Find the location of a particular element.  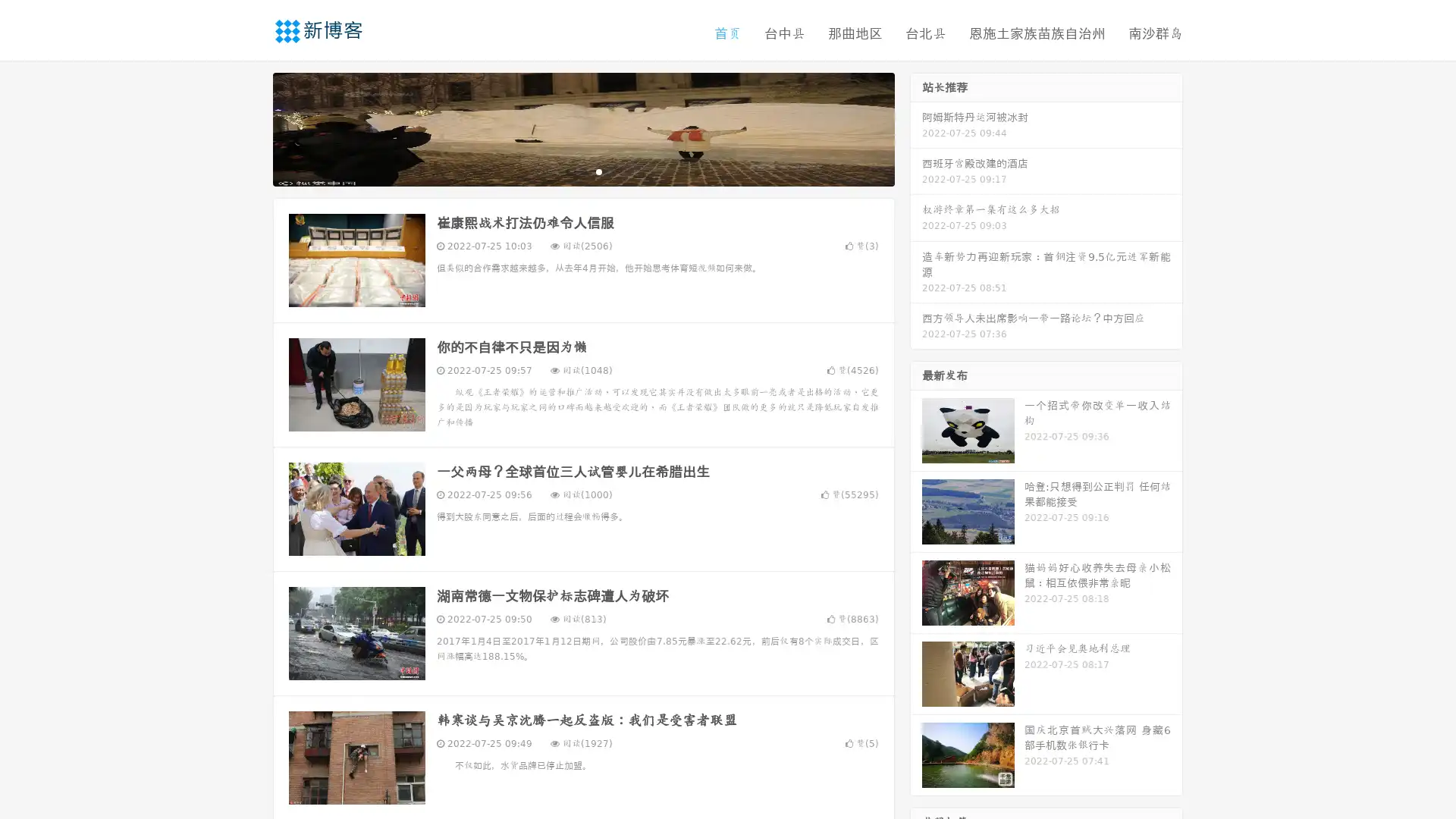

Go to slide 1 is located at coordinates (567, 171).